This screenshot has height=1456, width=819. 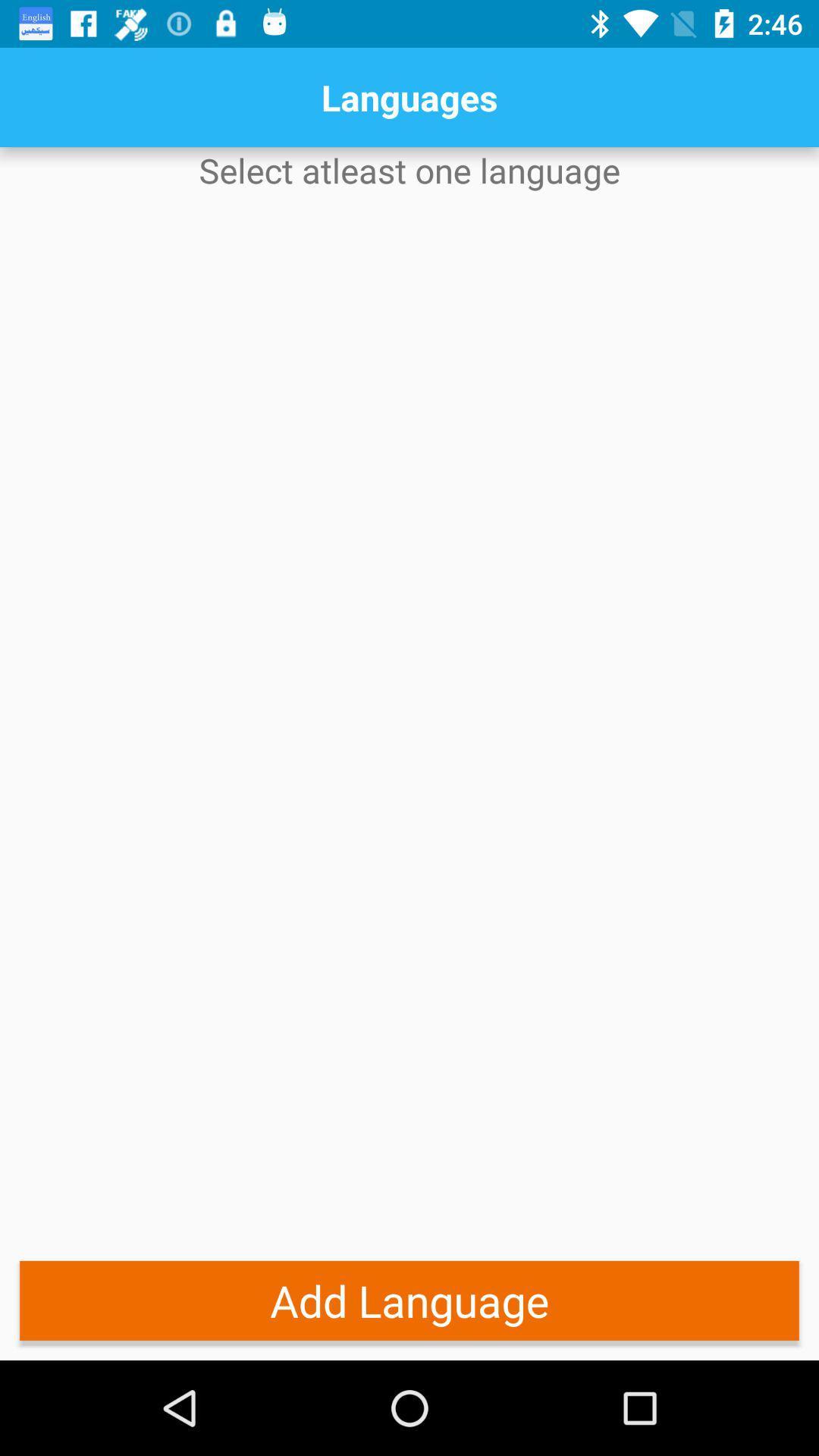 I want to click on the add language button, so click(x=409, y=1300).